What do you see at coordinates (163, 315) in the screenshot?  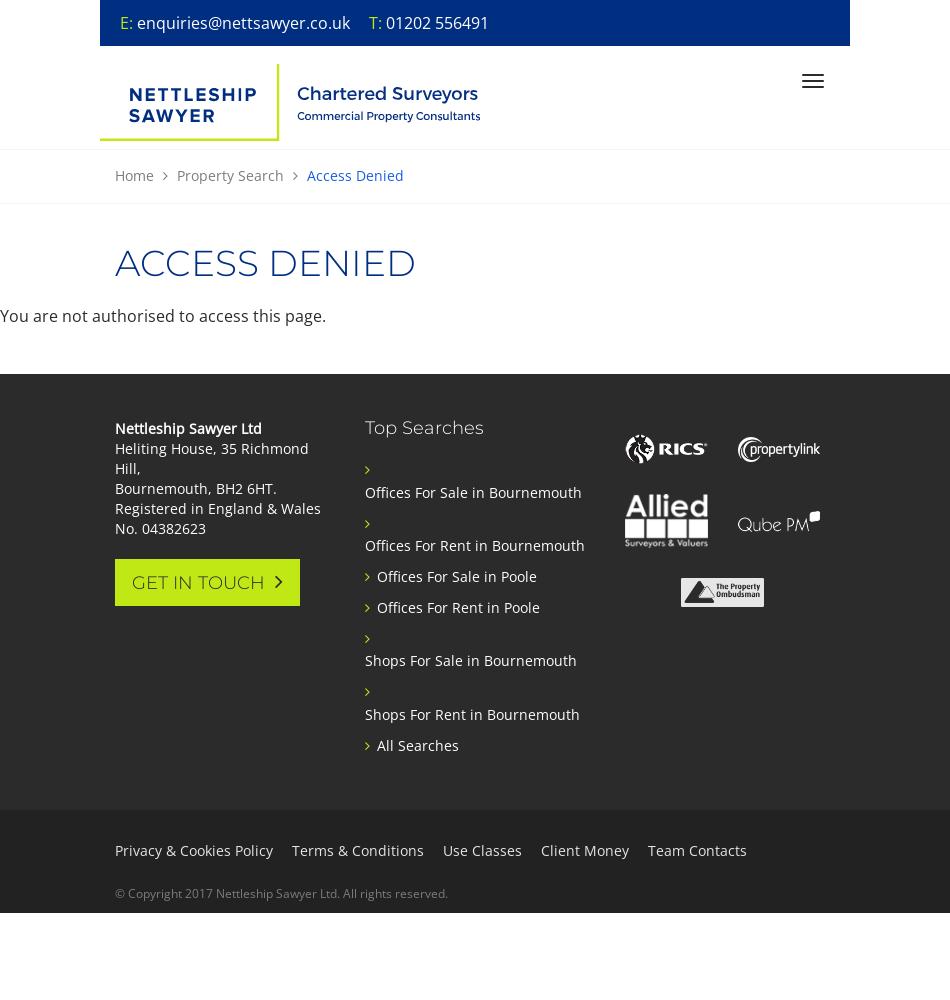 I see `'You are not authorised to access this page.'` at bounding box center [163, 315].